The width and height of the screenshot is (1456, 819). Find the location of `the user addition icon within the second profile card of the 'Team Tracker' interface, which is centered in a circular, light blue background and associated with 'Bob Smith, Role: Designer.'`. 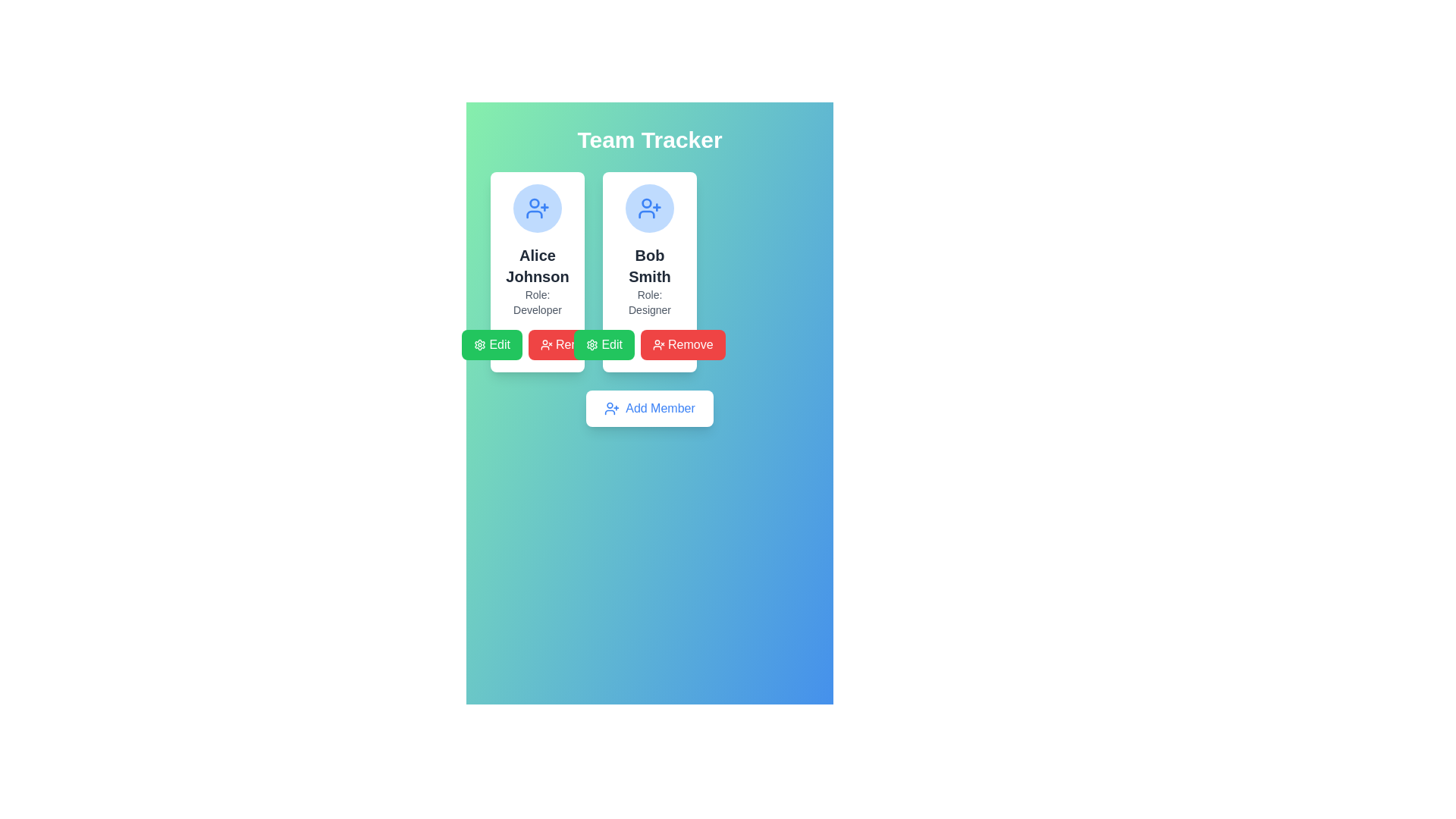

the user addition icon within the second profile card of the 'Team Tracker' interface, which is centered in a circular, light blue background and associated with 'Bob Smith, Role: Designer.' is located at coordinates (538, 208).